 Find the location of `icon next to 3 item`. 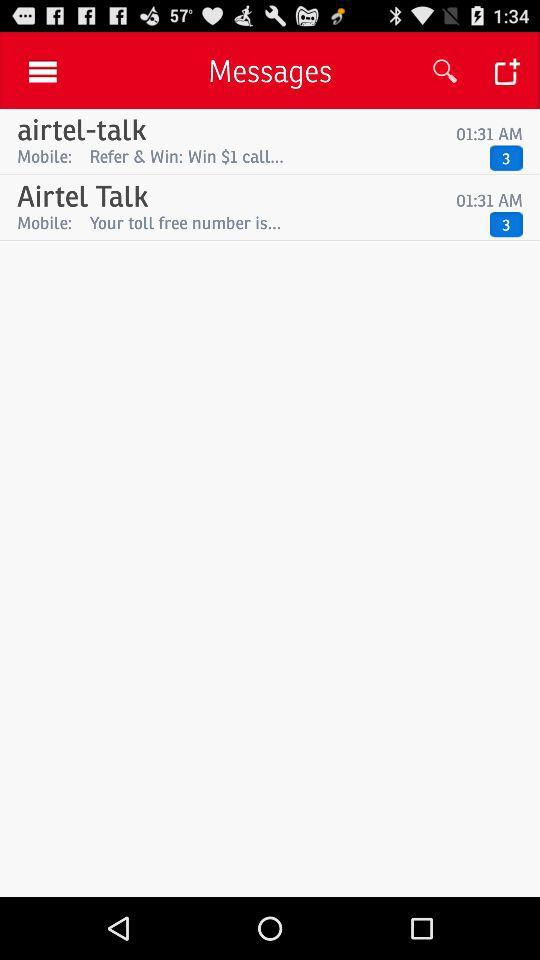

icon next to 3 item is located at coordinates (284, 155).